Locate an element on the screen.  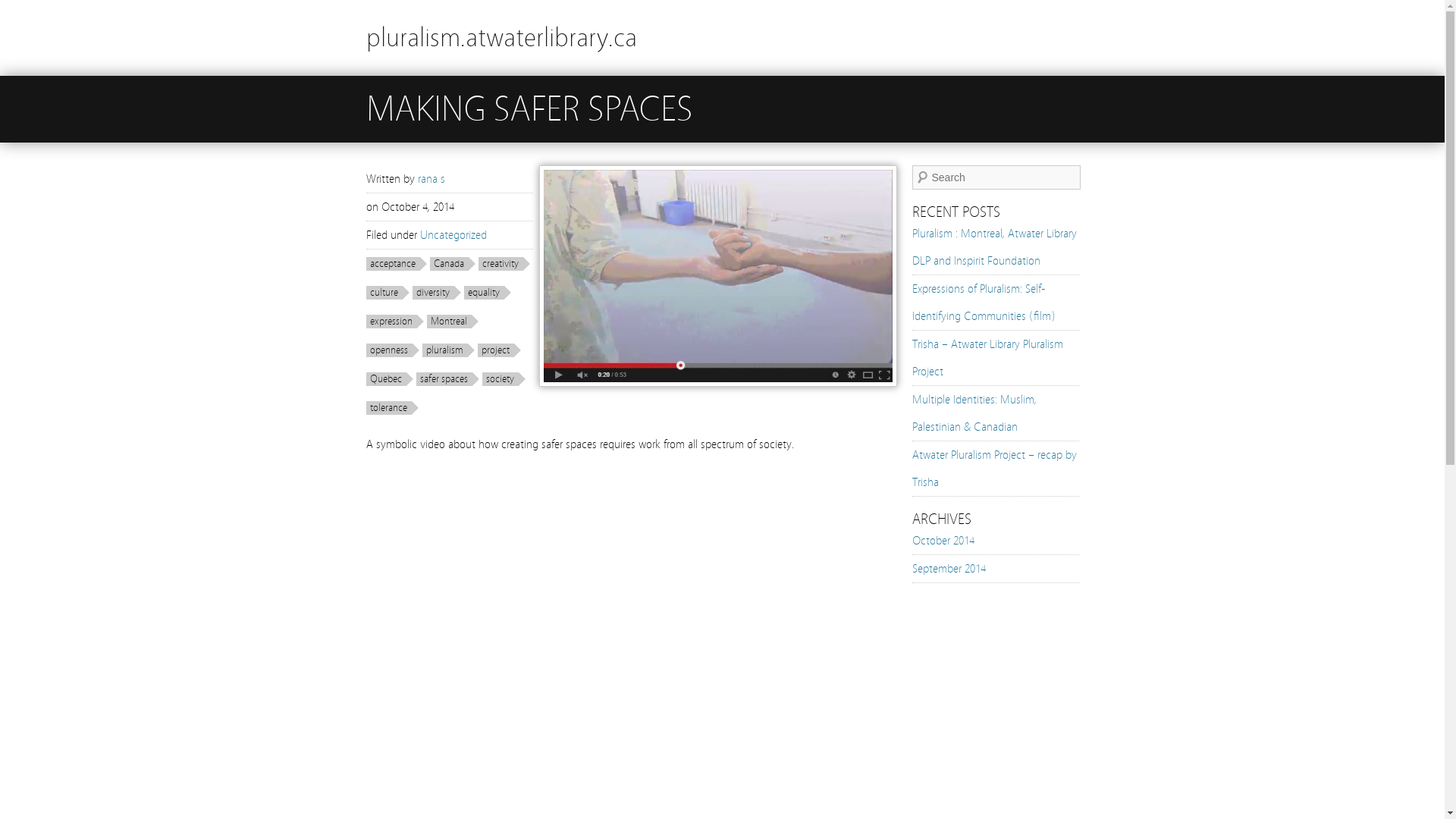
'pluralism.atwaterlibrary.ca' is located at coordinates (500, 36).